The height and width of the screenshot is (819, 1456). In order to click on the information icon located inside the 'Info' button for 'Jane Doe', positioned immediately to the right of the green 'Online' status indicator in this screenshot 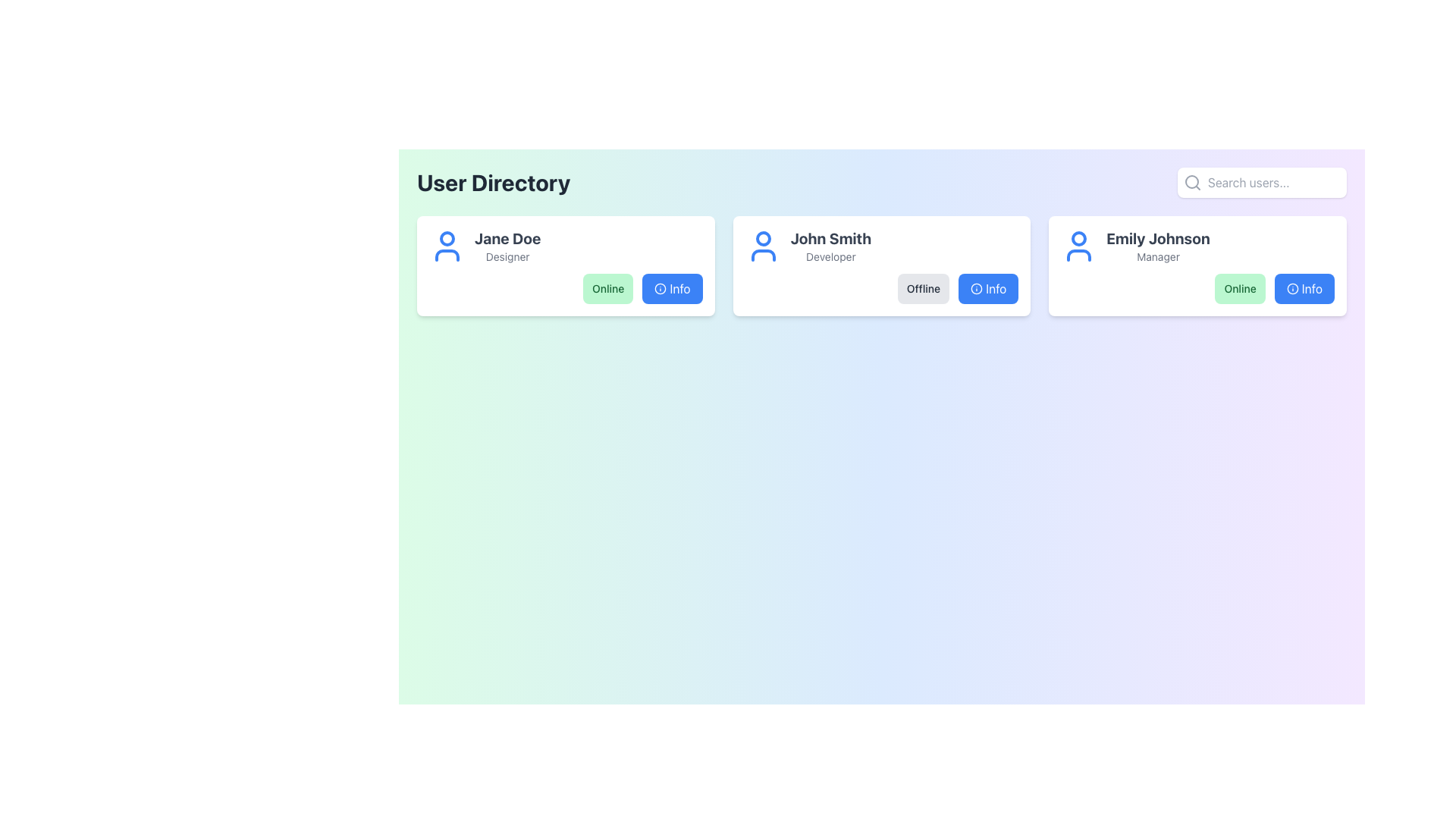, I will do `click(661, 289)`.